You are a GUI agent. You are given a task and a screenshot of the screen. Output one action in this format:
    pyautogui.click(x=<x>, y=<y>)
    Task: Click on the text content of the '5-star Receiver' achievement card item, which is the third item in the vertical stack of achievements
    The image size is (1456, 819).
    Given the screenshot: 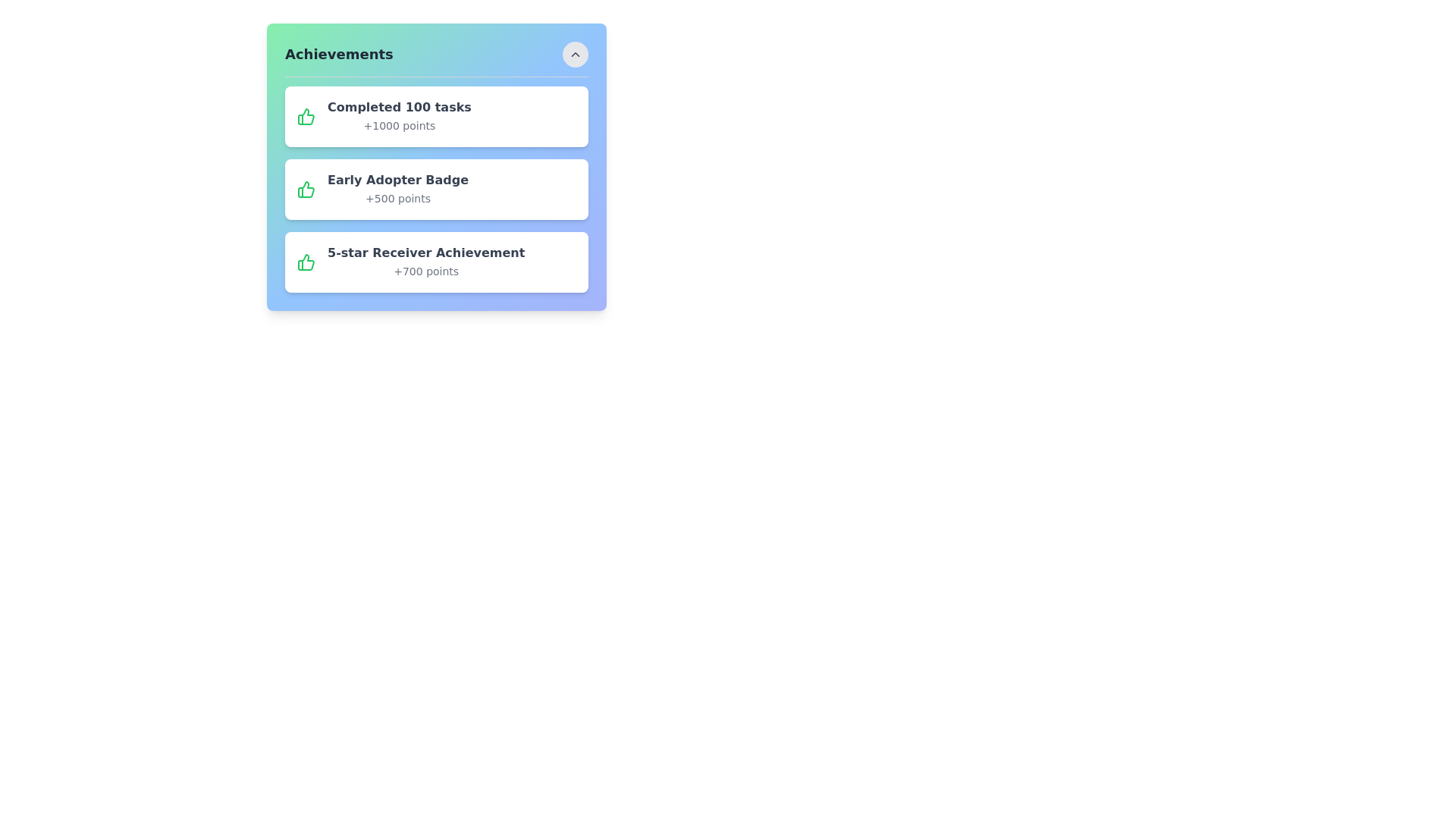 What is the action you would take?
    pyautogui.click(x=425, y=262)
    